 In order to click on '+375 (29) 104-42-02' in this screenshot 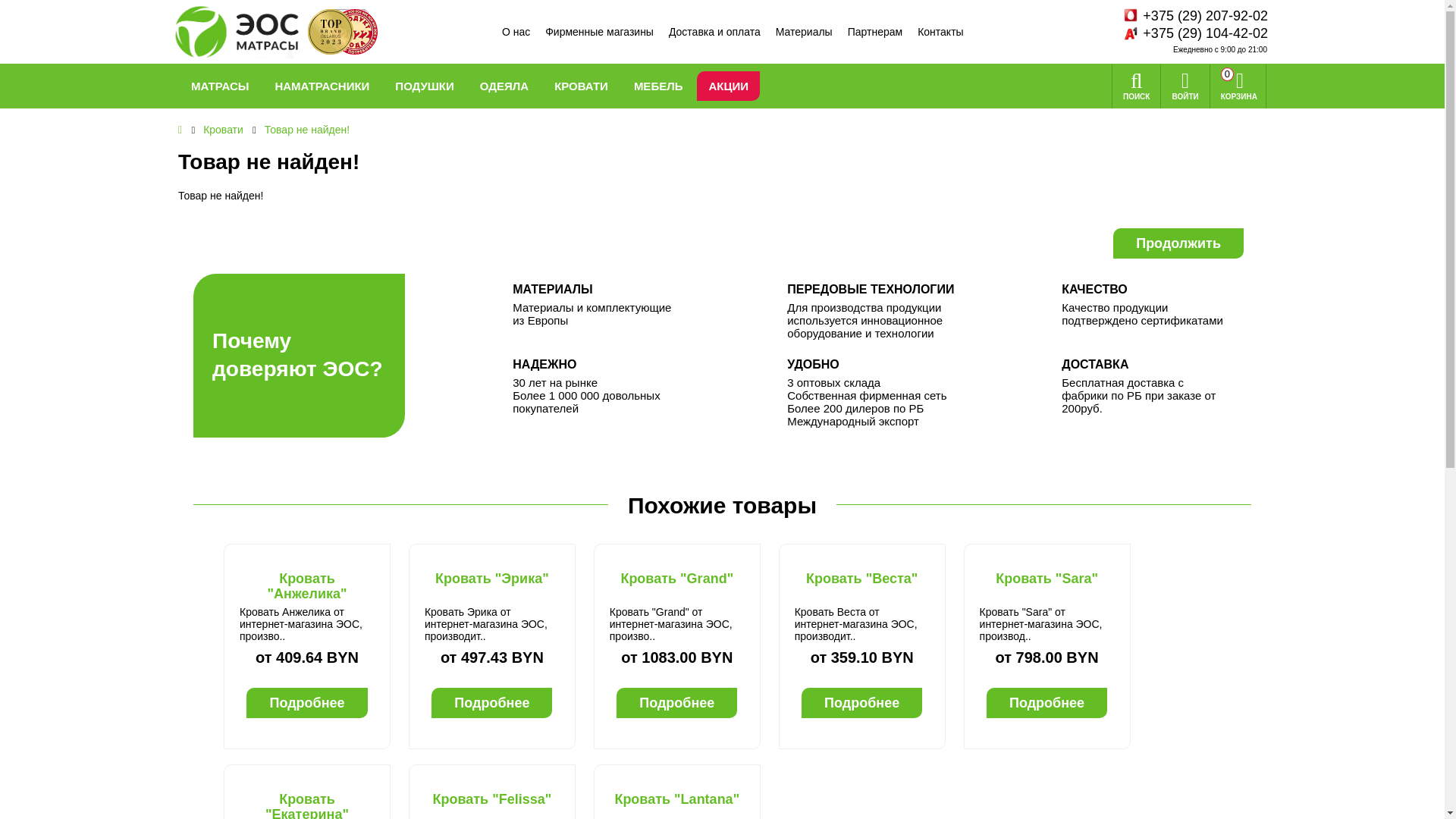, I will do `click(1140, 33)`.